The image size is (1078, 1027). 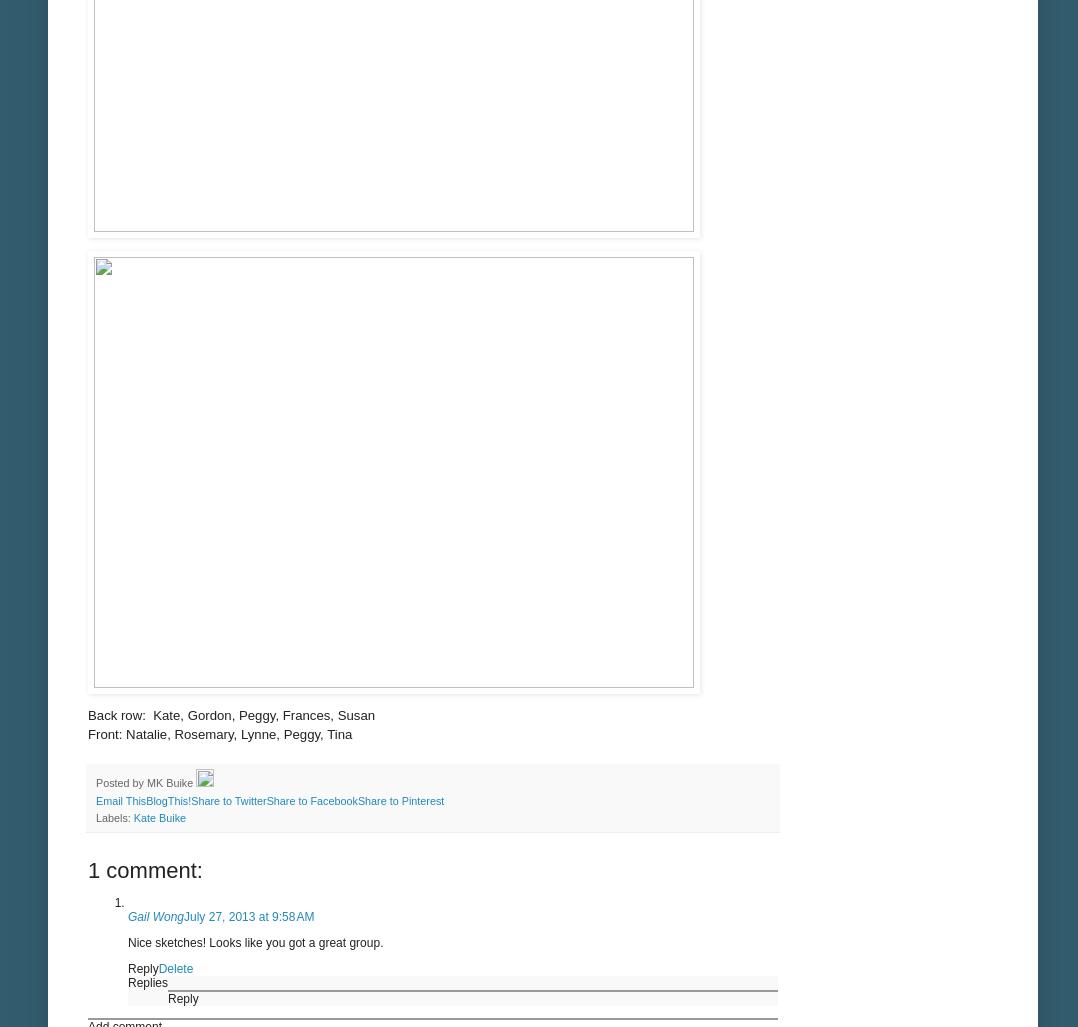 I want to click on 'Posted by', so click(x=121, y=781).